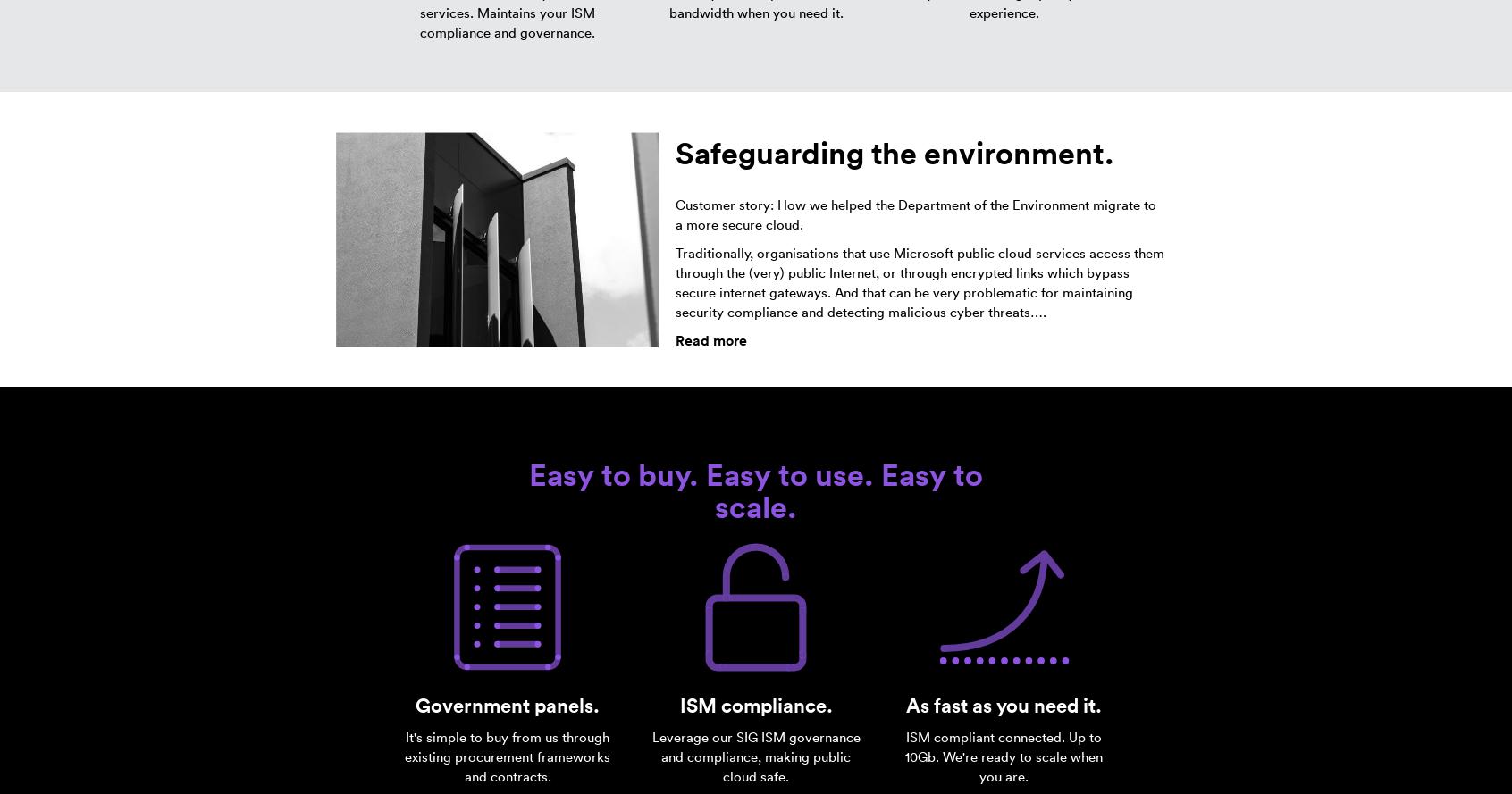 The image size is (1512, 794). I want to click on 'Leverage our SIG ISM governance and compliance, making public cloud safe.', so click(651, 756).